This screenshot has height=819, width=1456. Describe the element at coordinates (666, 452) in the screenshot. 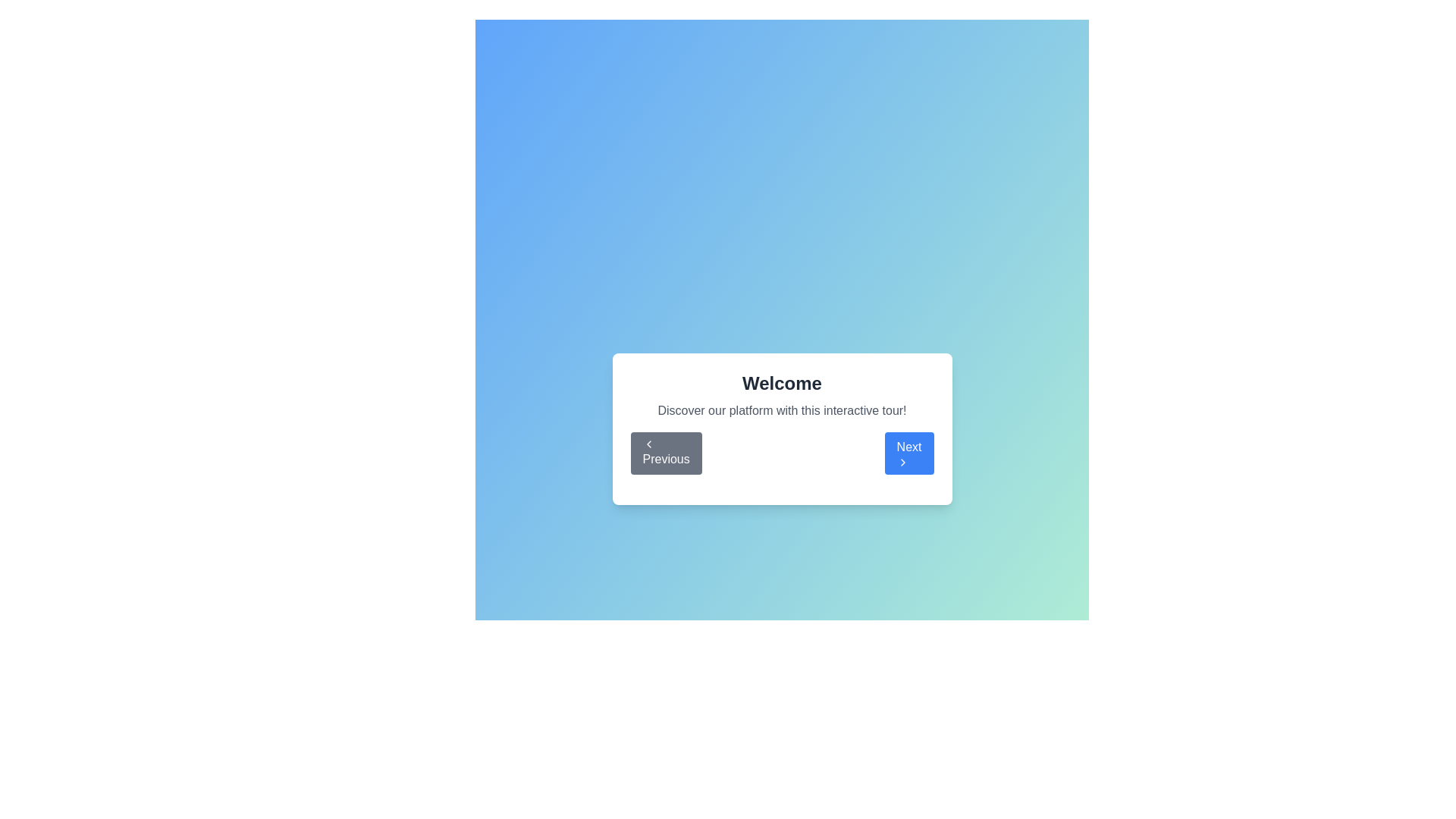

I see `the 'Previous' button, which has rounded corners, a gray background that darkens on hover, and contains the label 'Previous' in white text with a left-pointing chevron icon` at that location.